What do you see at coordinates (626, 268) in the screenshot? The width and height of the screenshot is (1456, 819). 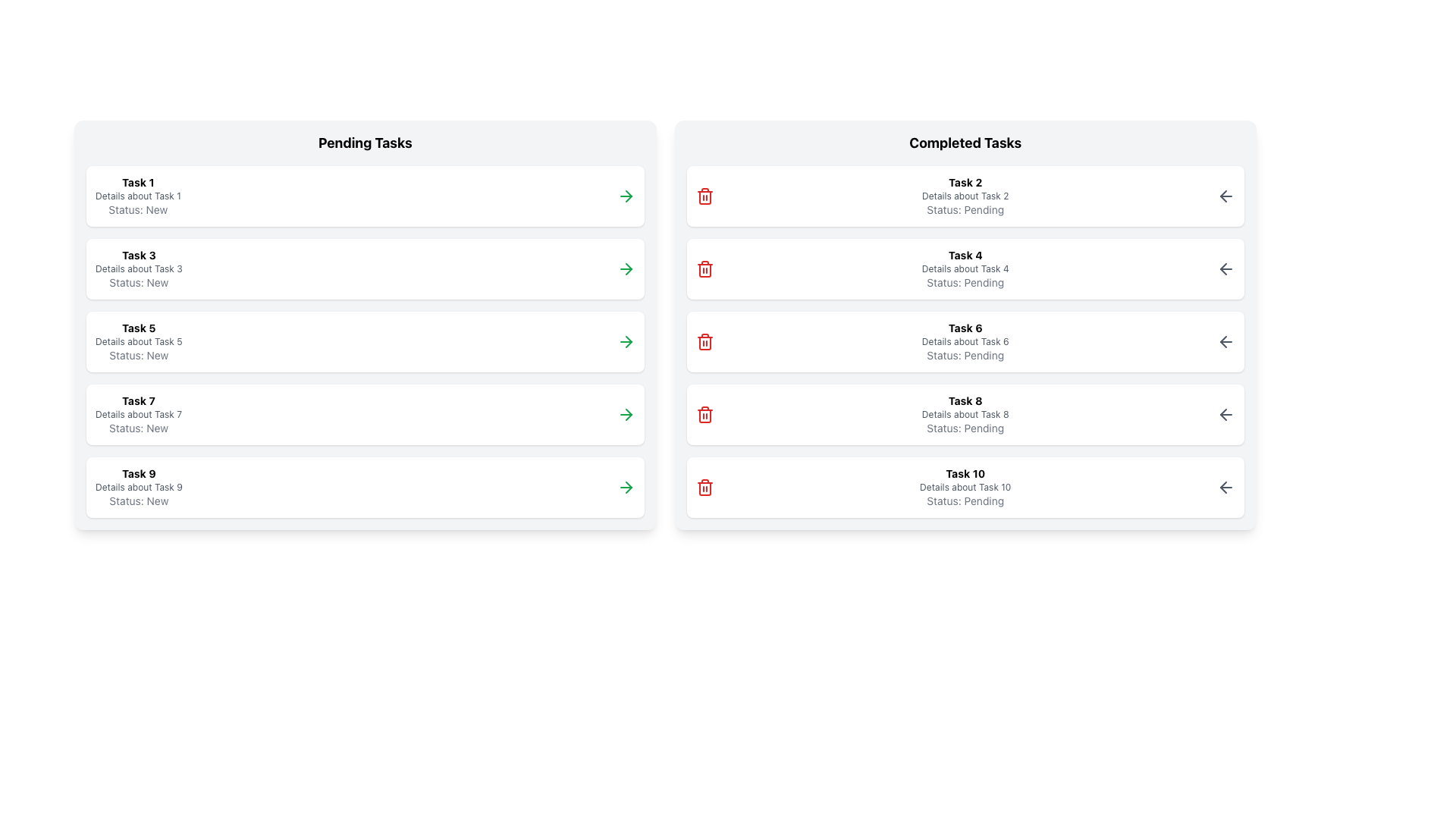 I see `the icon associated with 'Task 3' in the 'Pending Tasks' column` at bounding box center [626, 268].